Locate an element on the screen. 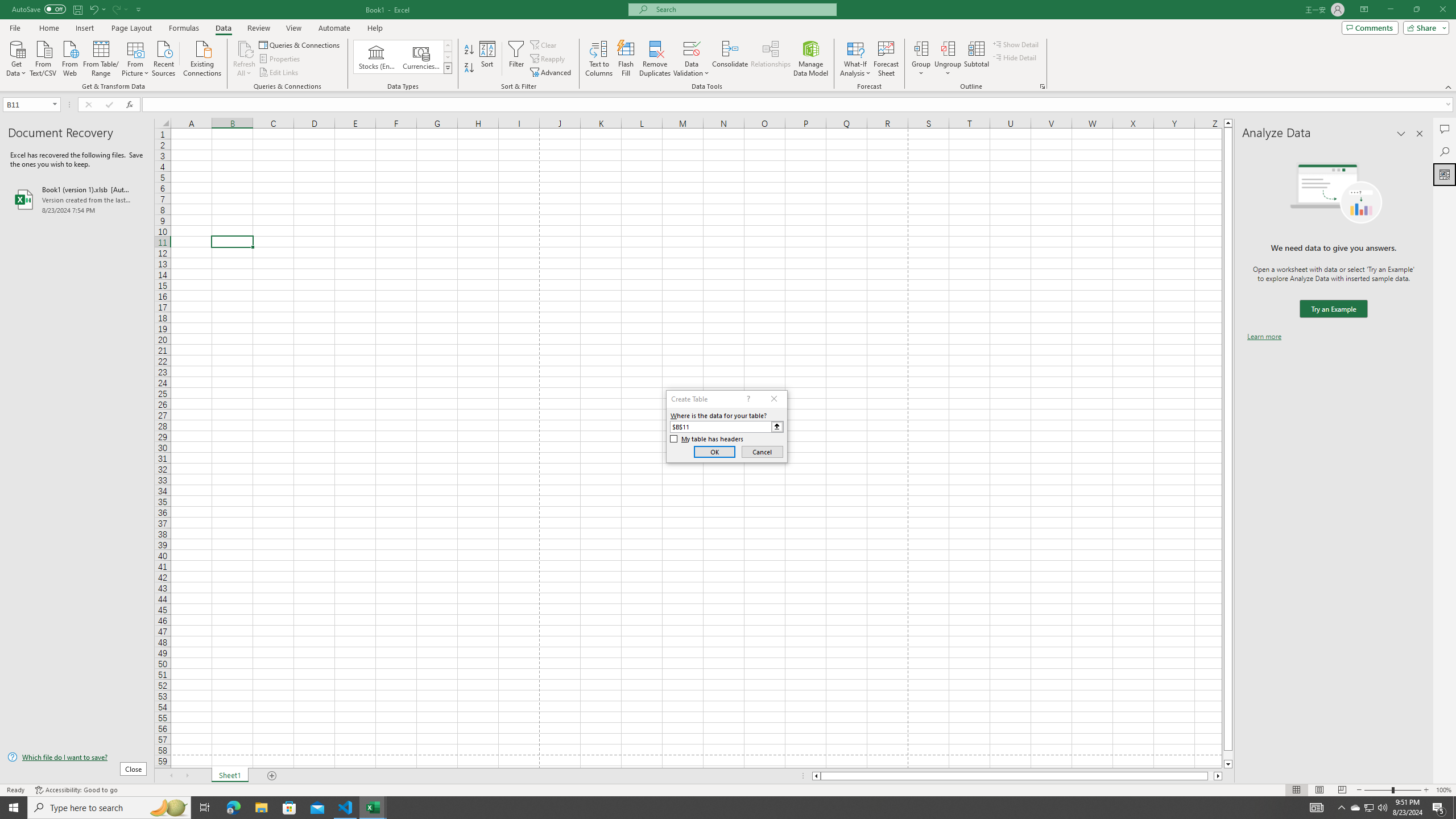 The height and width of the screenshot is (819, 1456). 'Existing Connections' is located at coordinates (201, 57).